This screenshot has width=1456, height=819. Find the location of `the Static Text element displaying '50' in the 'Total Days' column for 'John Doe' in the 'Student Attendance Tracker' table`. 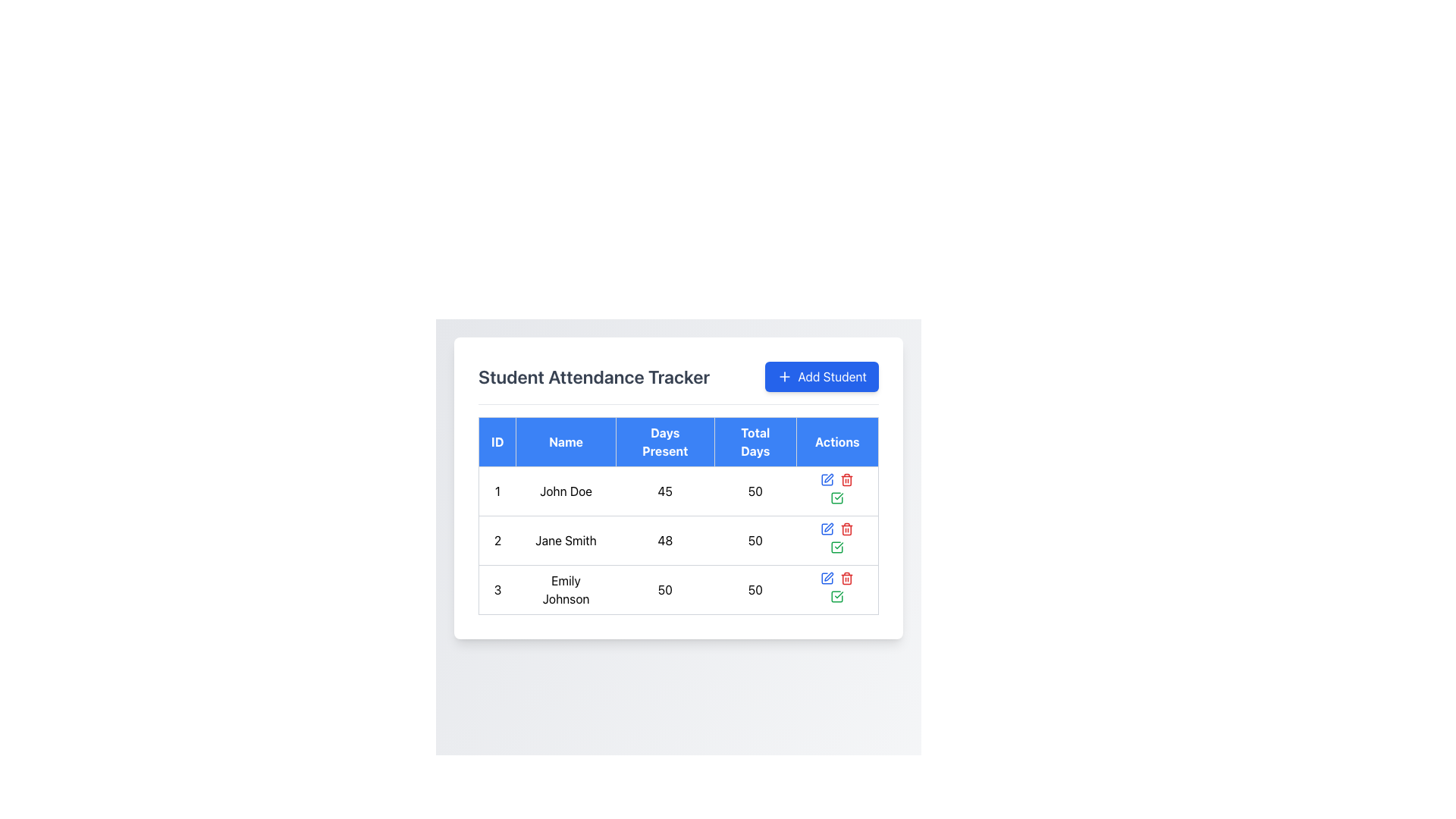

the Static Text element displaying '50' in the 'Total Days' column for 'John Doe' in the 'Student Attendance Tracker' table is located at coordinates (755, 491).